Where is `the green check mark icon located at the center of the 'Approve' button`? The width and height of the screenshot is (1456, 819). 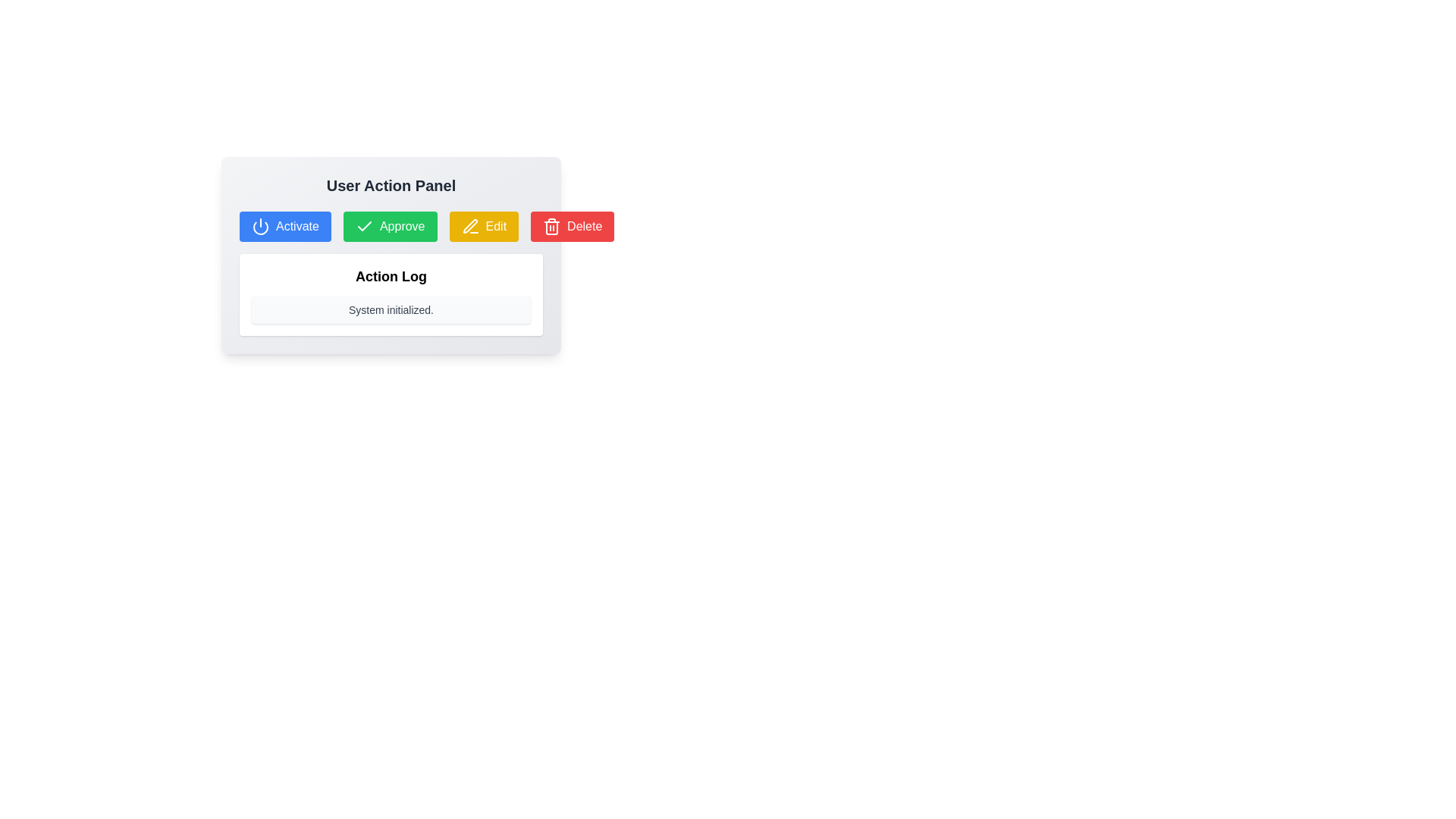 the green check mark icon located at the center of the 'Approve' button is located at coordinates (364, 226).